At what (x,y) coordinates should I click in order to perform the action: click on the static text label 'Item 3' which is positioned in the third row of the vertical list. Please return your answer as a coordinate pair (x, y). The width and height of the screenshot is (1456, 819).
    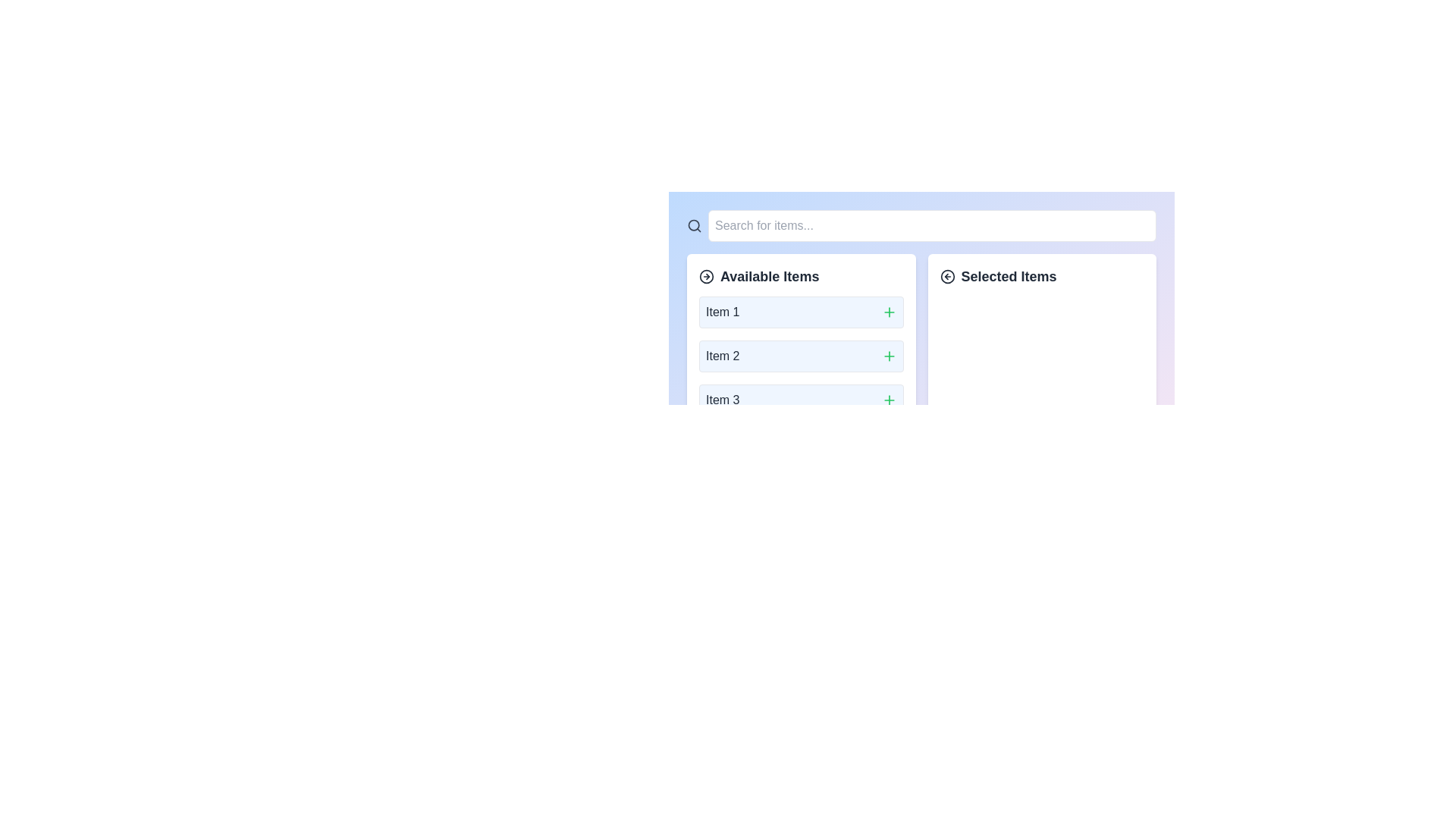
    Looking at the image, I should click on (722, 400).